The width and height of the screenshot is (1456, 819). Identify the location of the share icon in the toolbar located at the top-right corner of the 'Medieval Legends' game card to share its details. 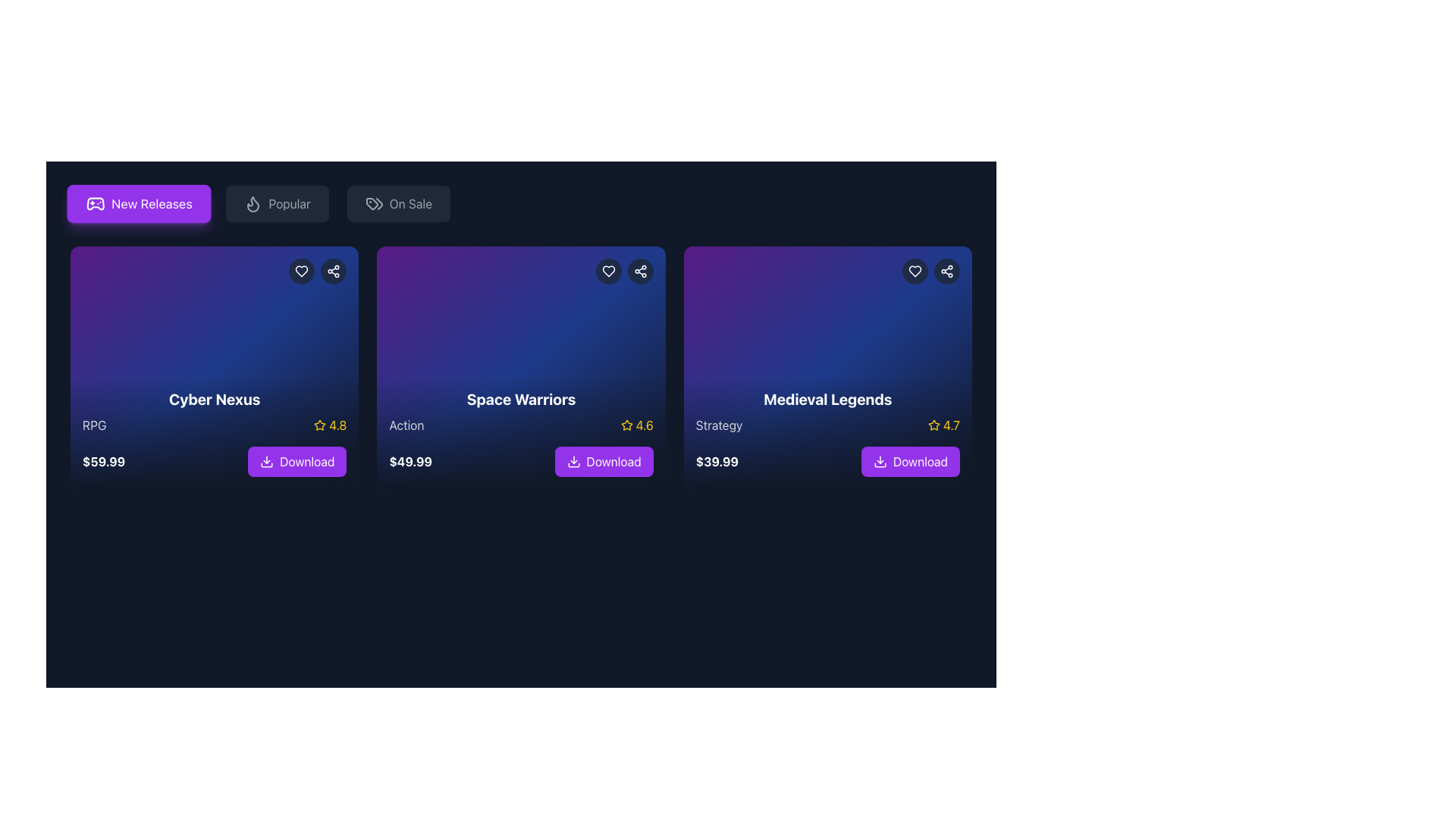
(930, 271).